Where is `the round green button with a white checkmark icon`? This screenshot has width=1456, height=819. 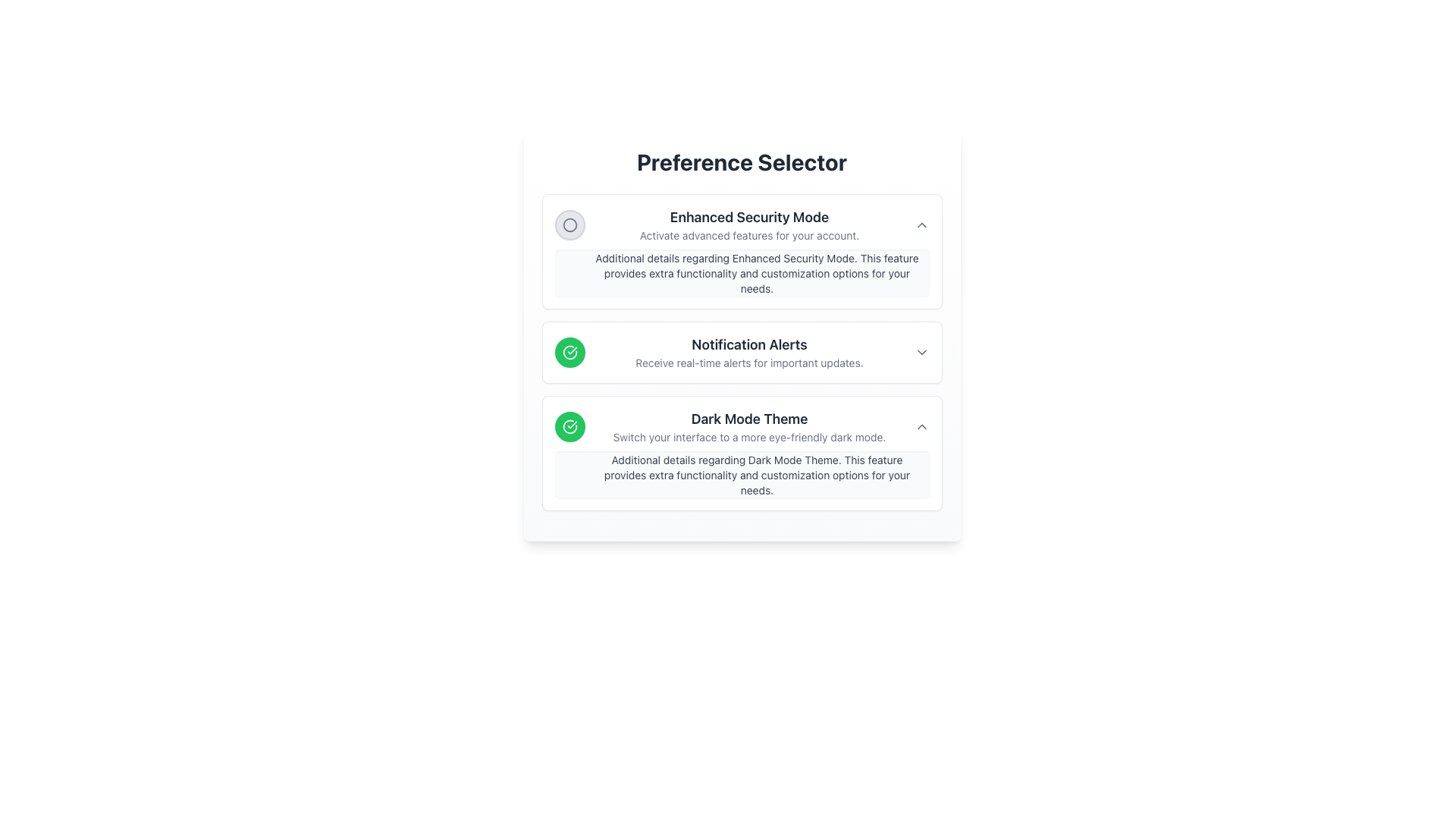
the round green button with a white checkmark icon is located at coordinates (569, 353).